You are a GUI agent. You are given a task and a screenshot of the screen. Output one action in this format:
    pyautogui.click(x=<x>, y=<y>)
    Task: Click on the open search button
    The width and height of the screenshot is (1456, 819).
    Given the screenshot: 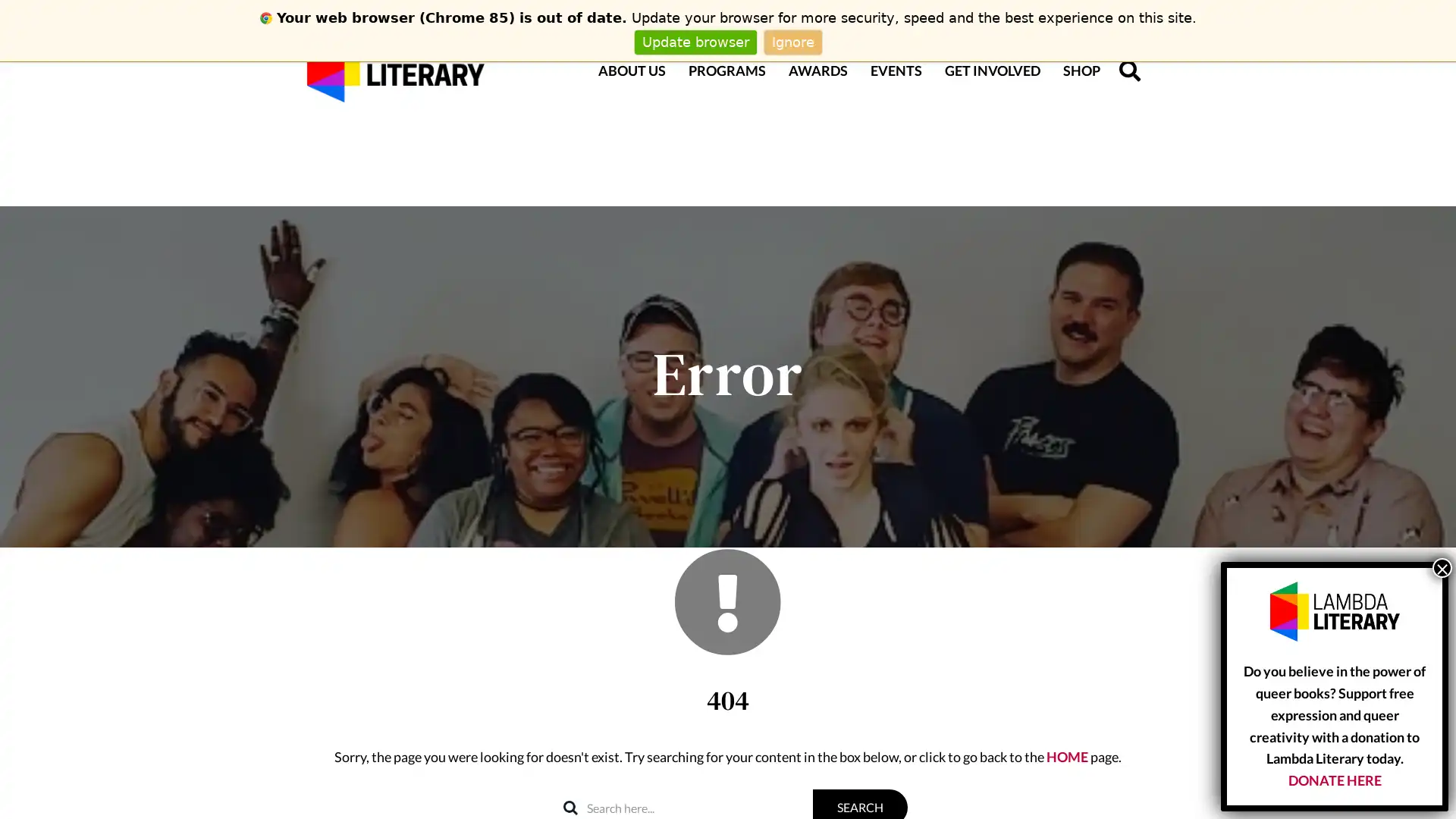 What is the action you would take?
    pyautogui.click(x=1129, y=70)
    